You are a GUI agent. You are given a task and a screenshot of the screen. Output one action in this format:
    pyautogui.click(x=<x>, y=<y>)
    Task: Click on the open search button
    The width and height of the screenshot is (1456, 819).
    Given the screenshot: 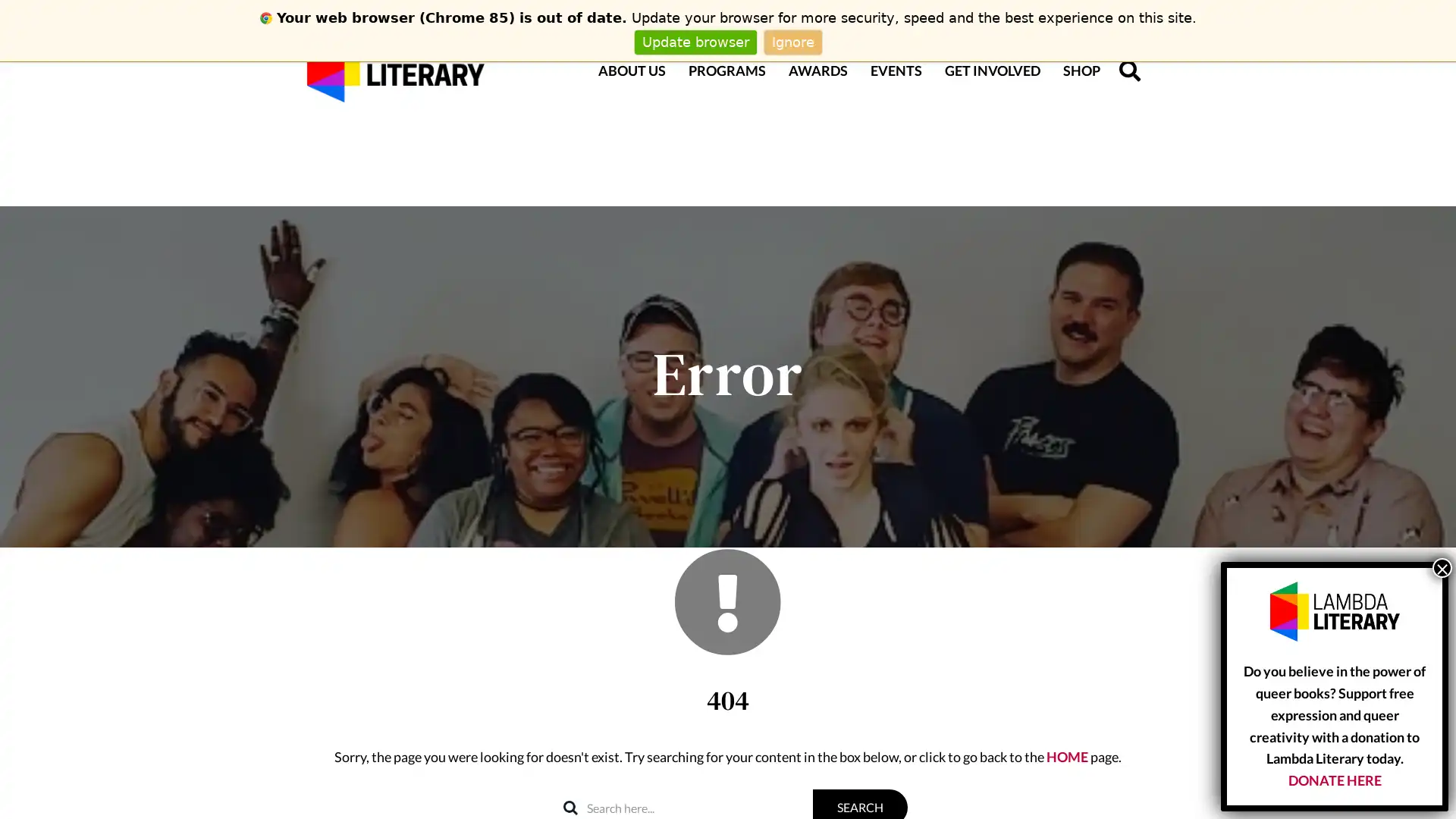 What is the action you would take?
    pyautogui.click(x=1129, y=70)
    